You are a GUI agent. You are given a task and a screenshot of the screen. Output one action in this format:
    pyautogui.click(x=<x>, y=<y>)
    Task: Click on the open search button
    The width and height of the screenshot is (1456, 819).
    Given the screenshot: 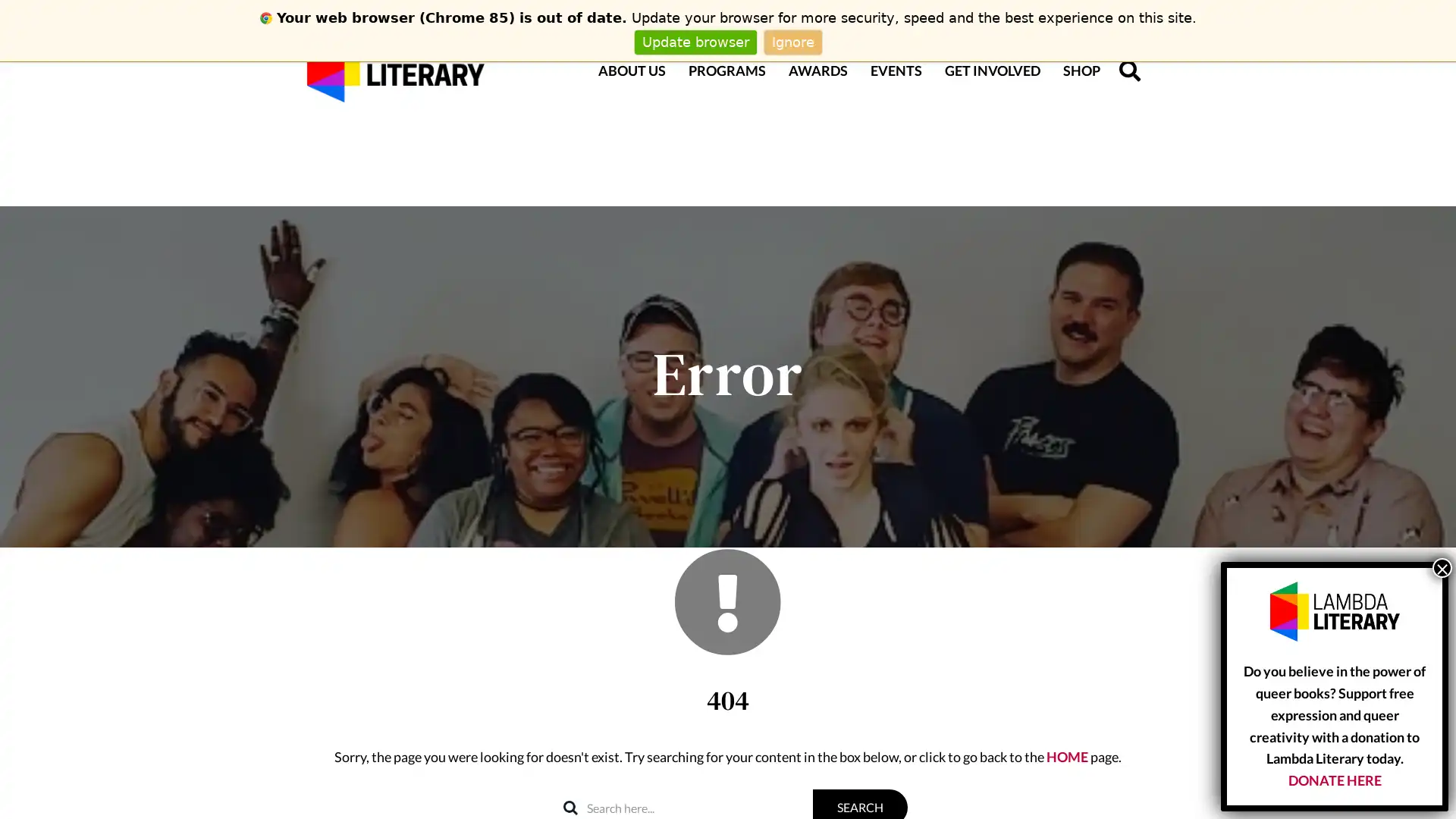 What is the action you would take?
    pyautogui.click(x=1129, y=70)
    